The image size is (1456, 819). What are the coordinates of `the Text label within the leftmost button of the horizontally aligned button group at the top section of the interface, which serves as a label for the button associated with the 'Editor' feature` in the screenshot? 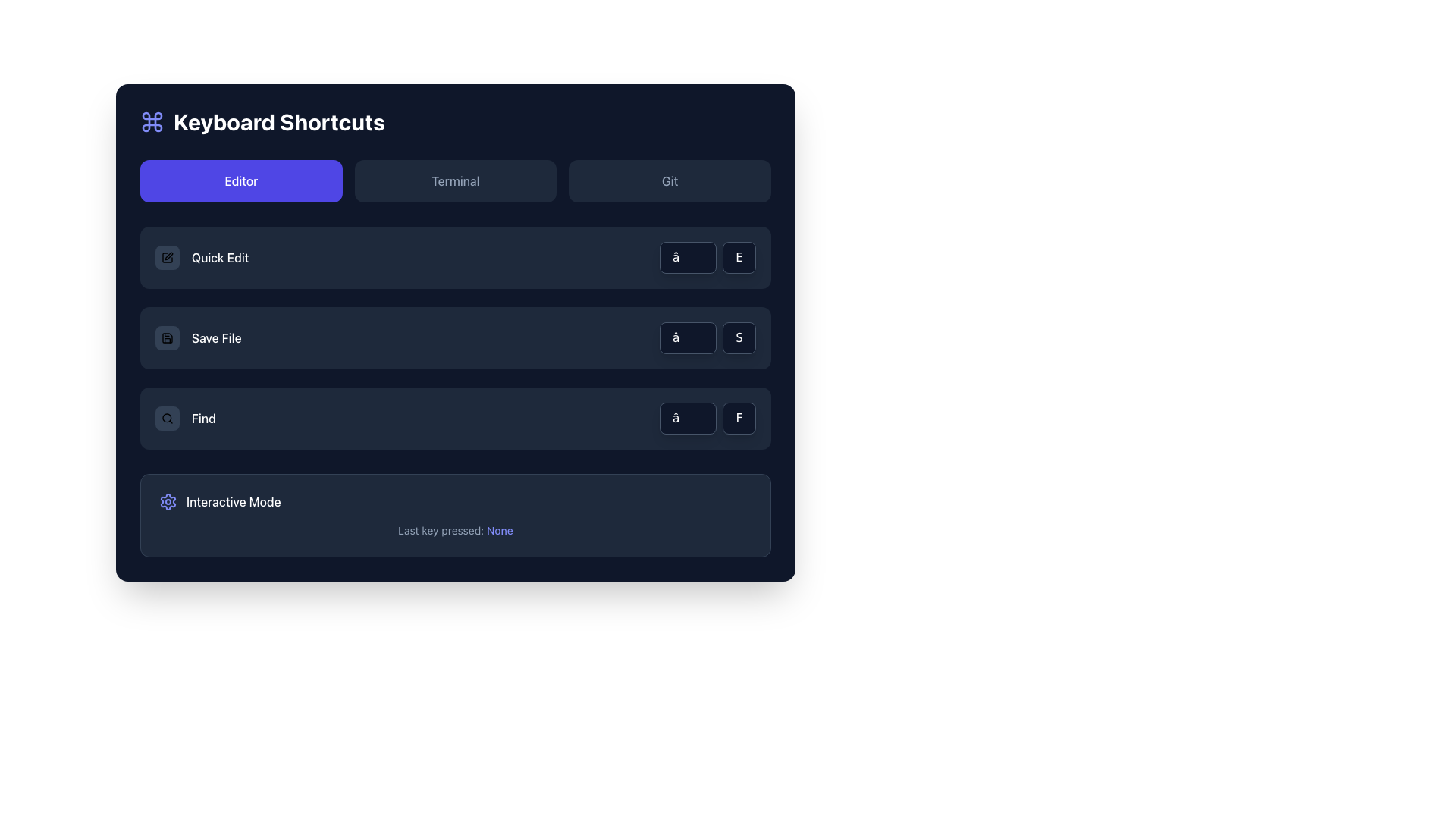 It's located at (240, 180).